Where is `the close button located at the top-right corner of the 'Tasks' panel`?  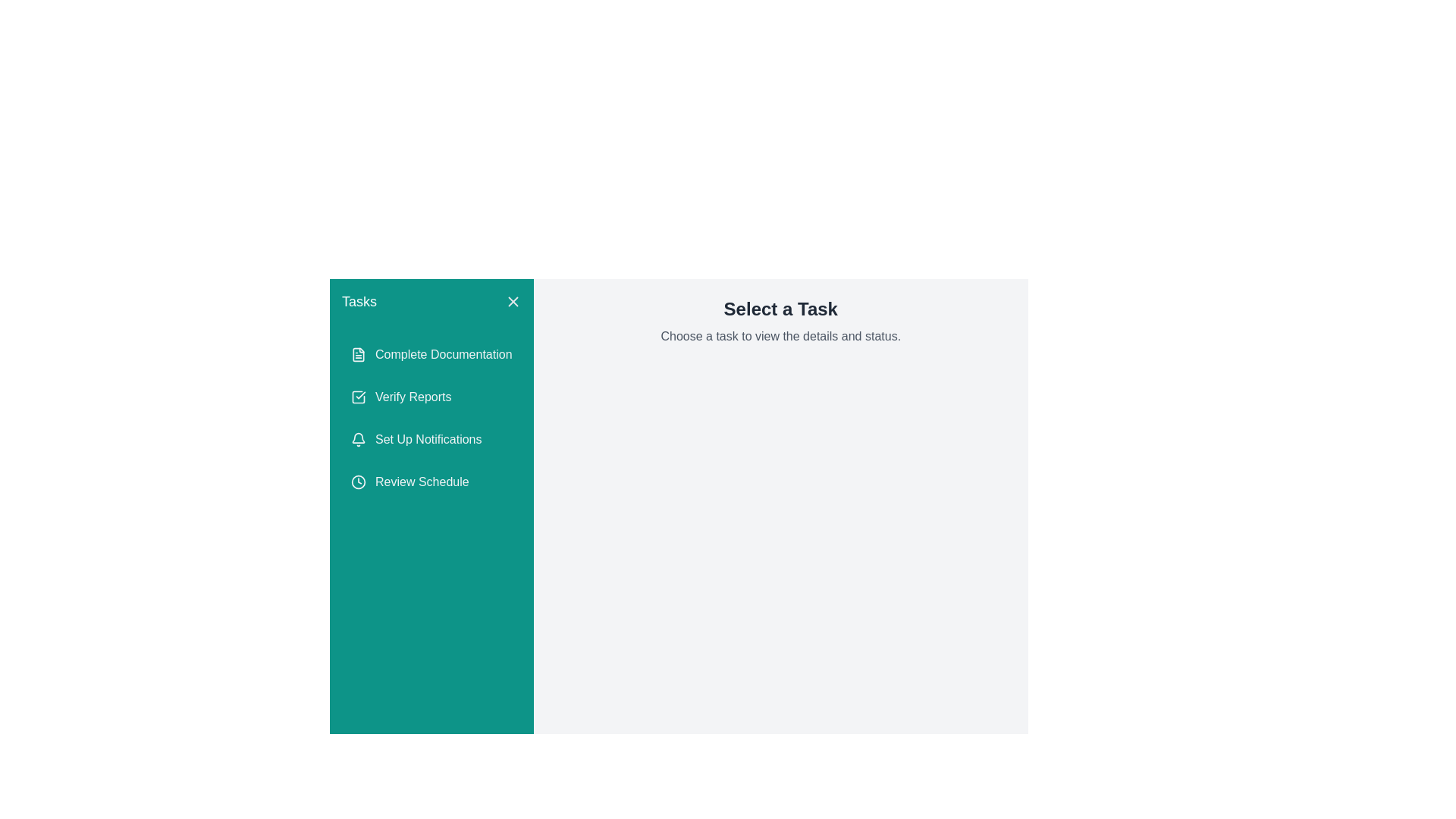 the close button located at the top-right corner of the 'Tasks' panel is located at coordinates (513, 301).